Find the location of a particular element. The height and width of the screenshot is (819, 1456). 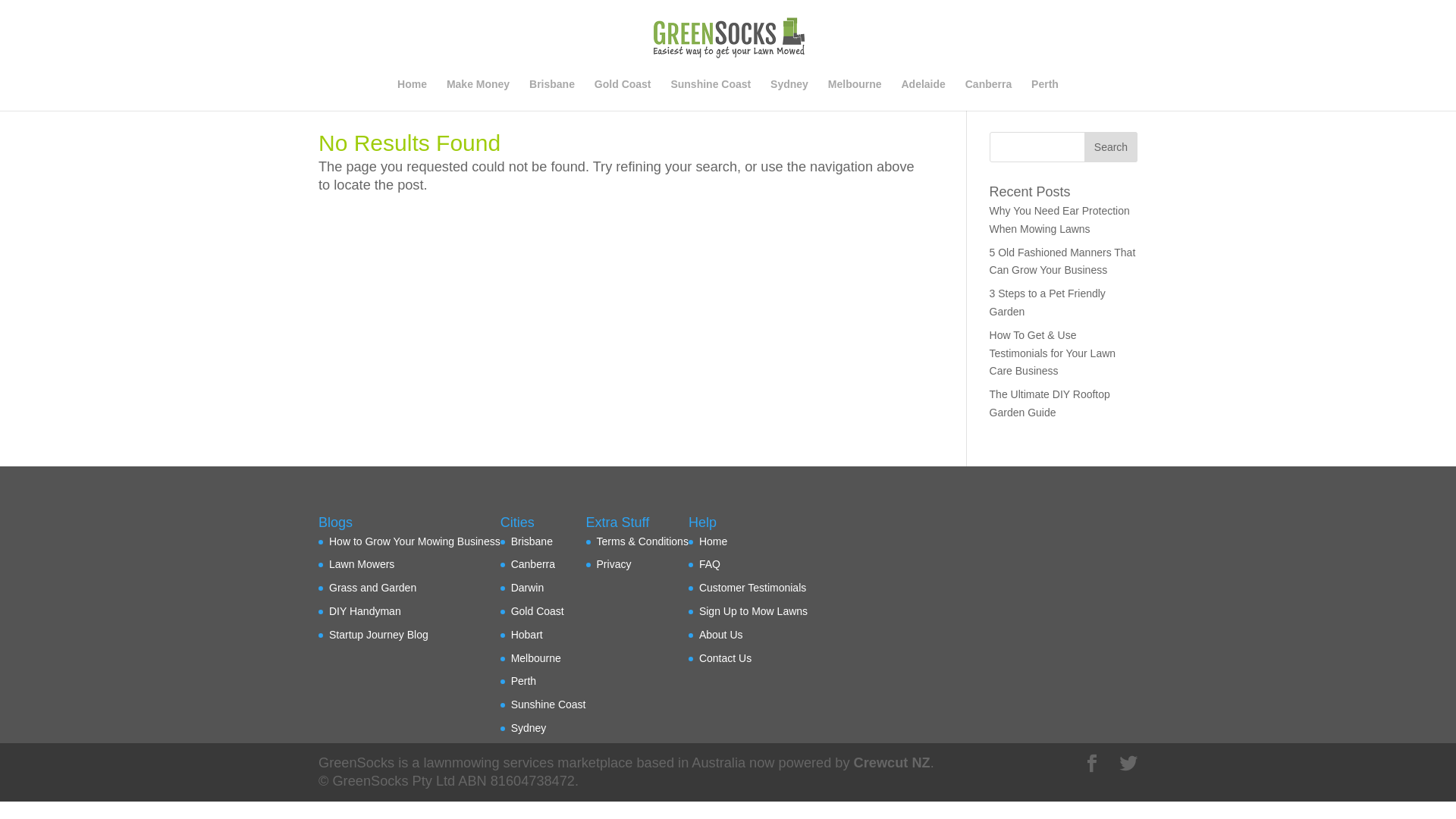

'How To Get & Use Testimonials for Your Lawn Care Business' is located at coordinates (990, 353).